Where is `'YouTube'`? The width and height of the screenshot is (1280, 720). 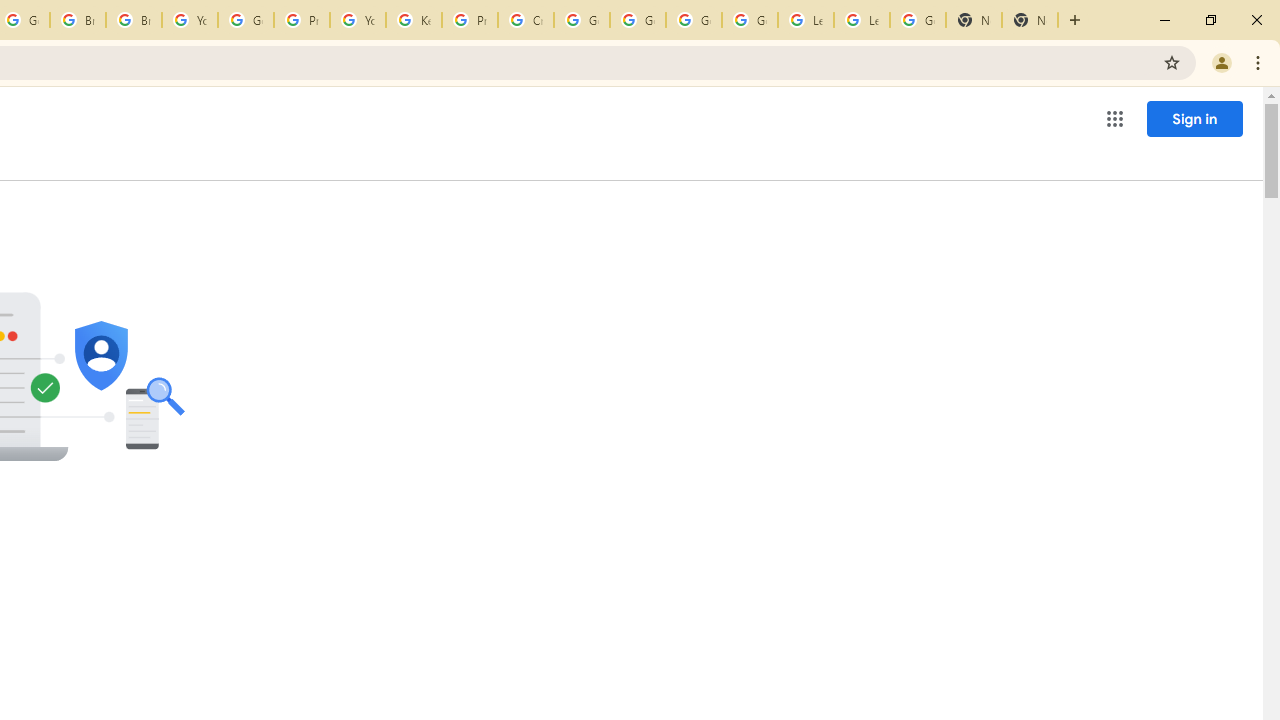 'YouTube' is located at coordinates (358, 20).